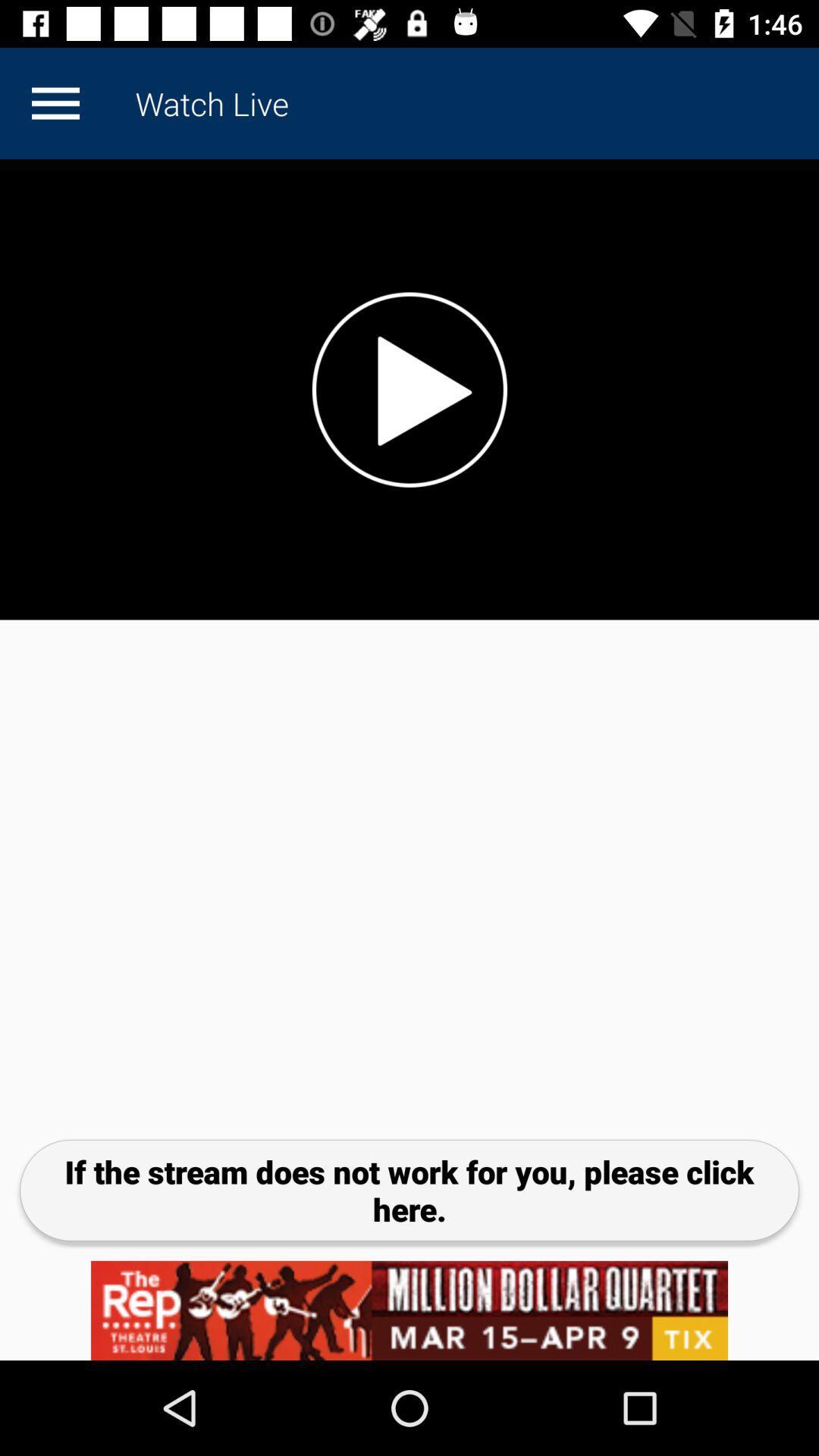 The width and height of the screenshot is (819, 1456). I want to click on great way to now world and local news, so click(409, 389).